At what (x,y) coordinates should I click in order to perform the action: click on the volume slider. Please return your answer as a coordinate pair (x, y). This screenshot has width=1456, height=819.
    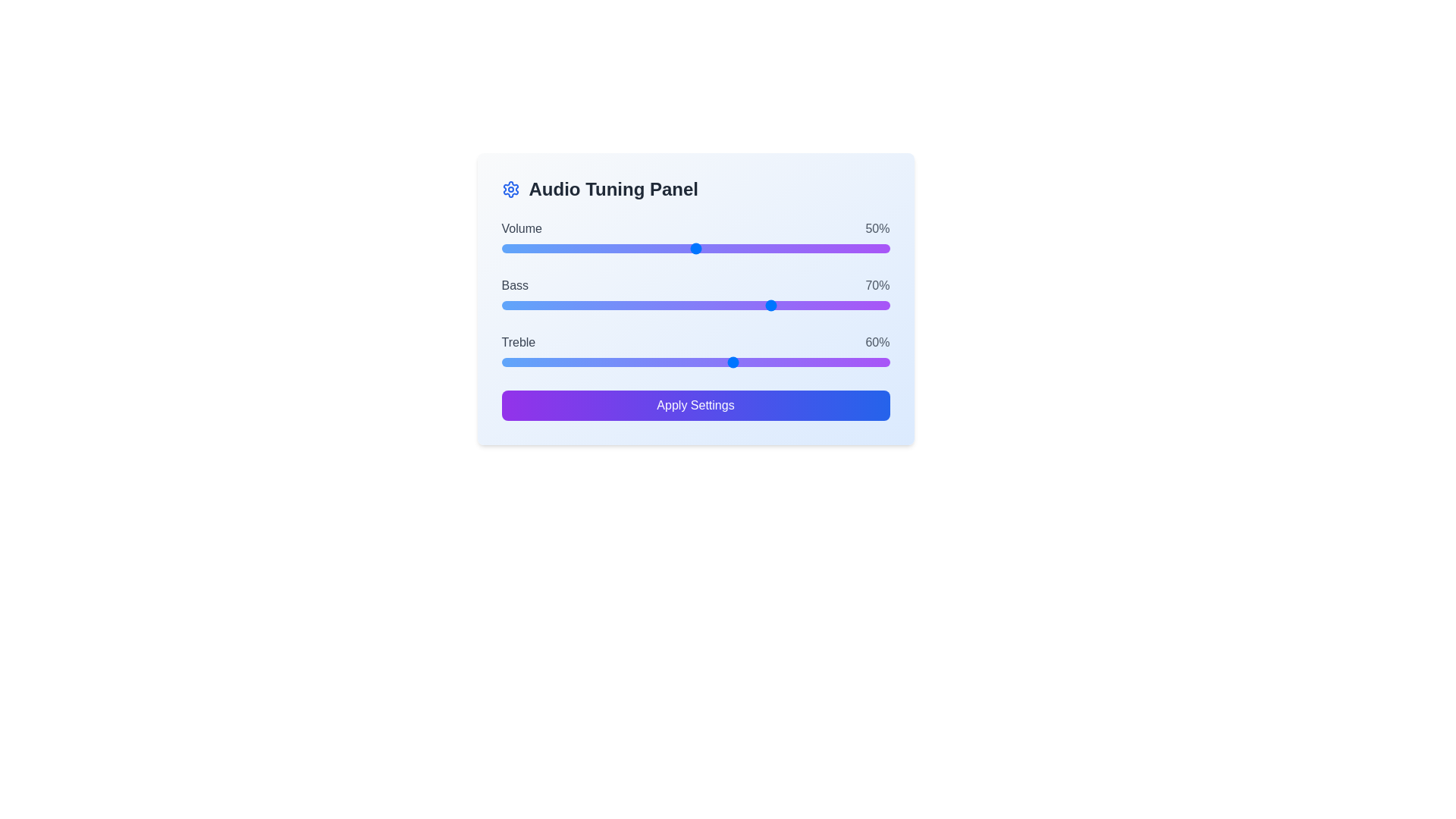
    Looking at the image, I should click on (601, 247).